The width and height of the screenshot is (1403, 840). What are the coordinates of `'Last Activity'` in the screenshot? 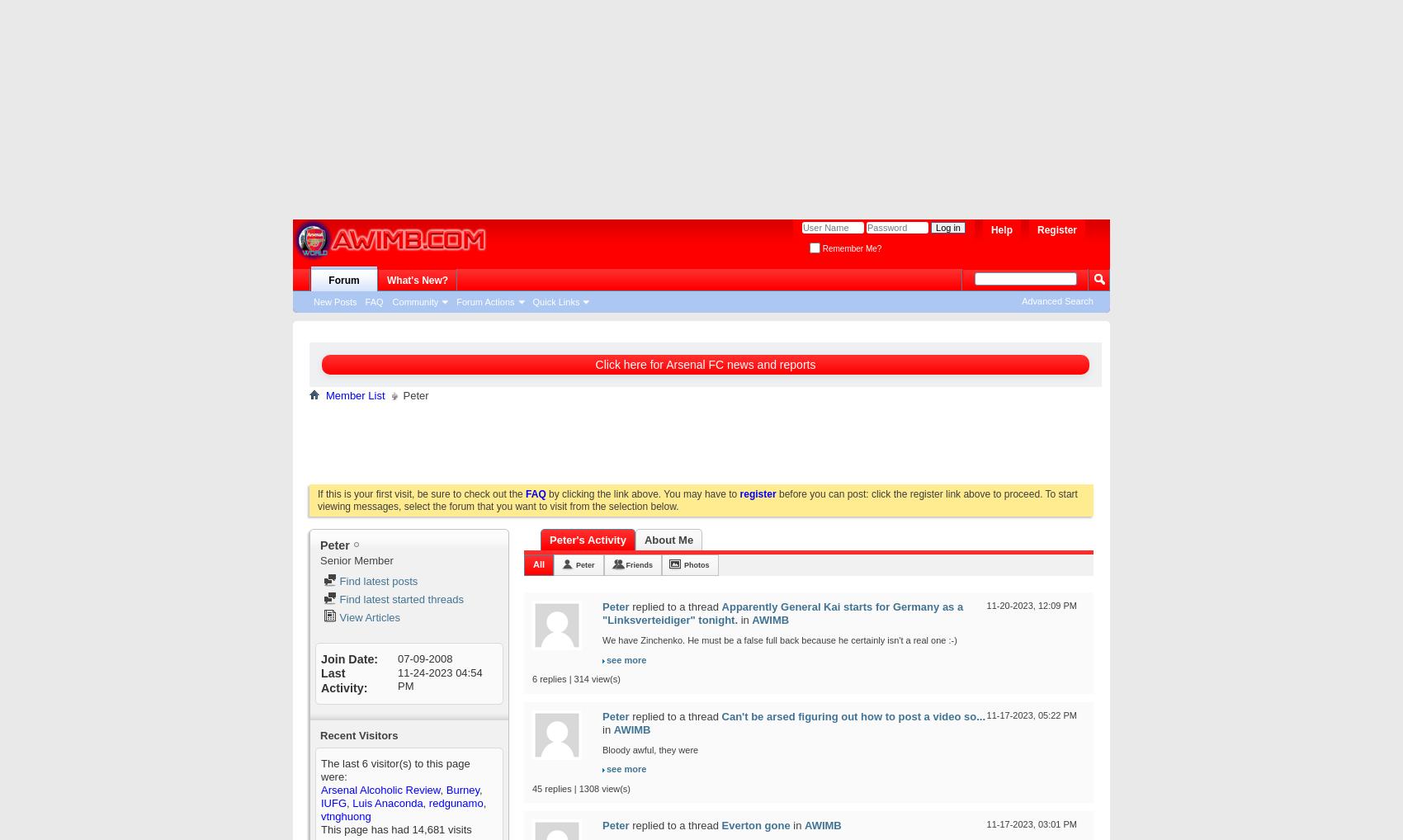 It's located at (341, 679).